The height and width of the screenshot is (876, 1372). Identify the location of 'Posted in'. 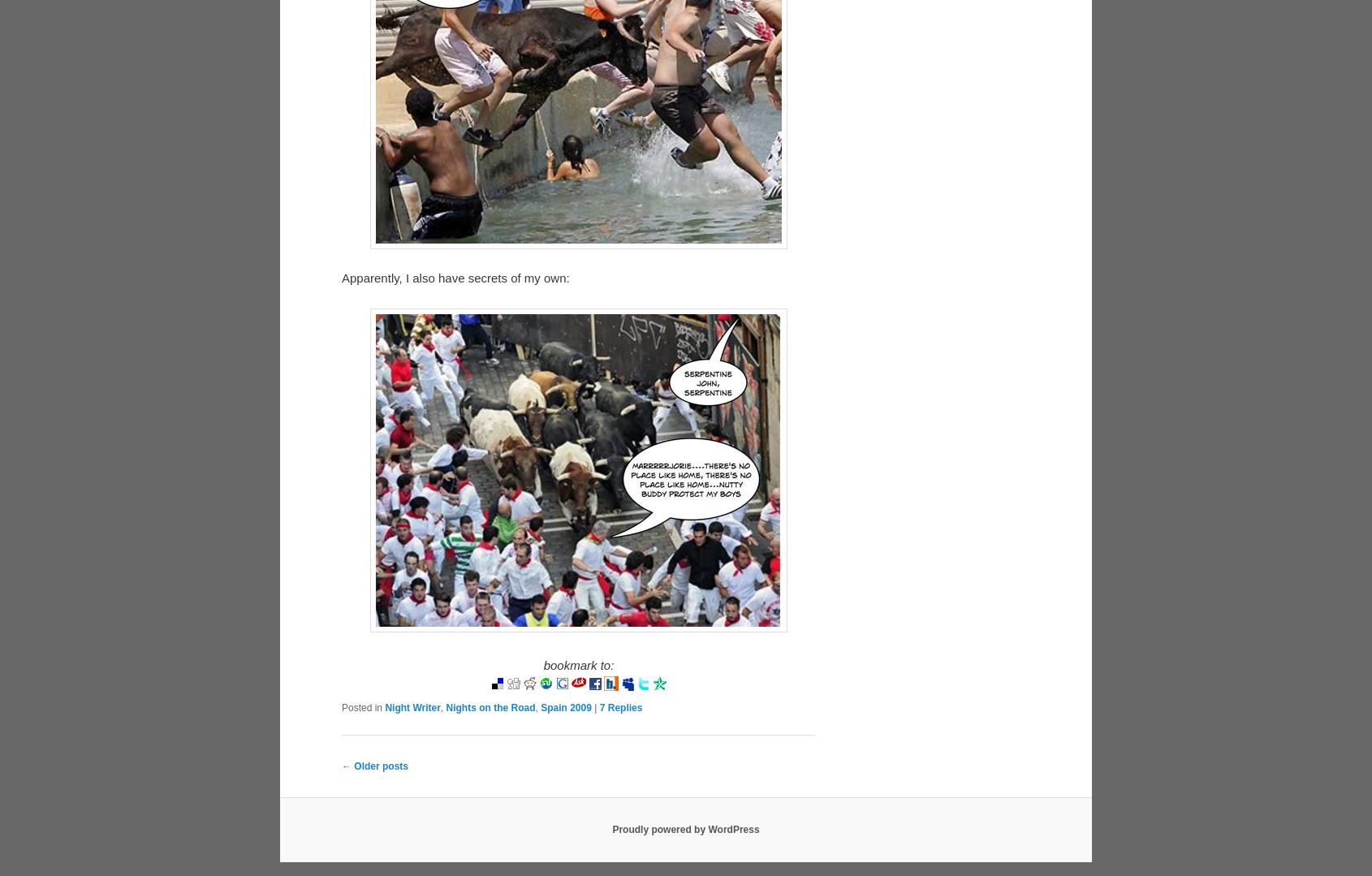
(340, 744).